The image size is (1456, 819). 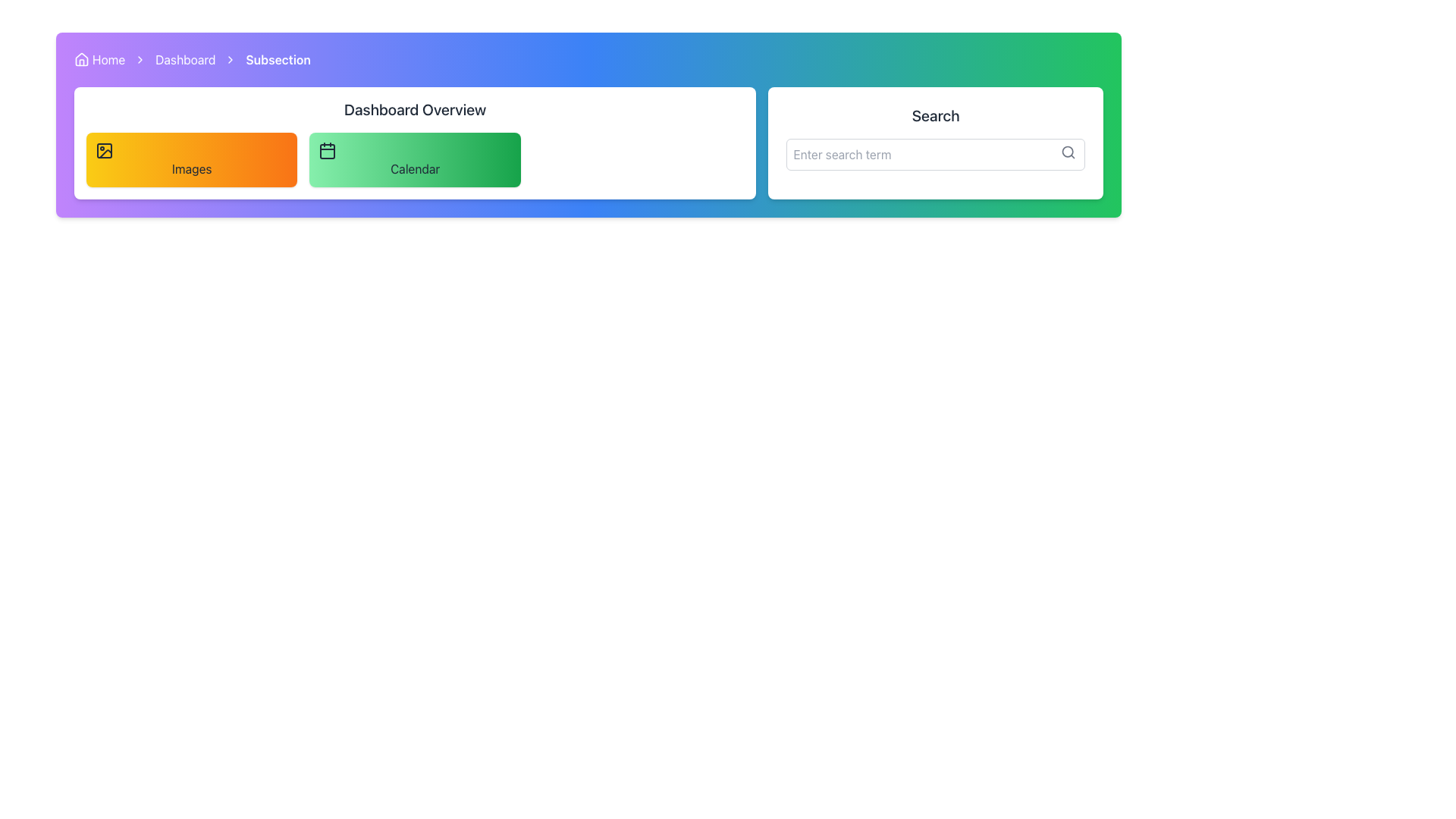 What do you see at coordinates (415, 109) in the screenshot?
I see `the bold text label 'Dashboard Overview' to trigger any potential tooltips or events` at bounding box center [415, 109].